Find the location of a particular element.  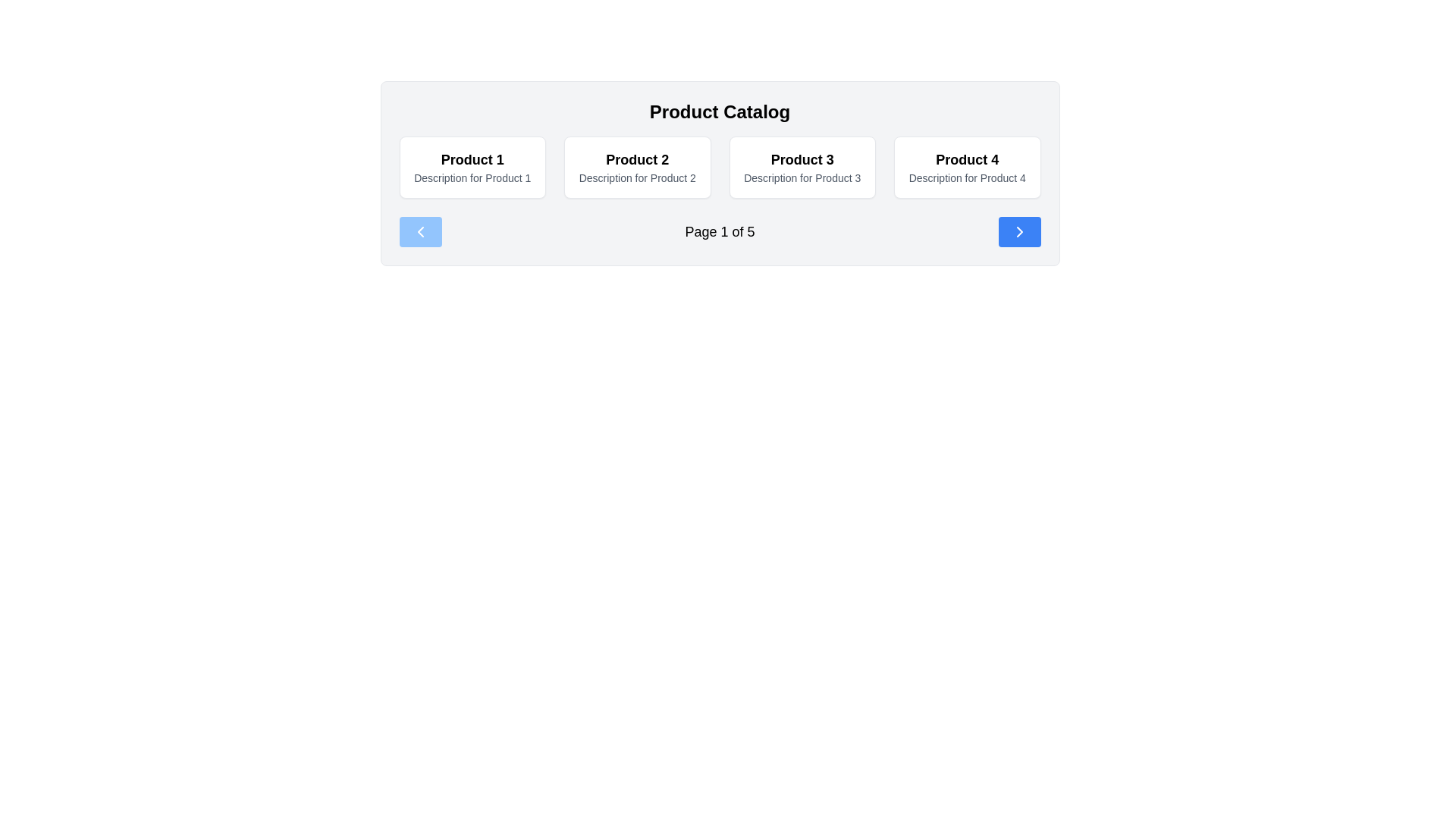

bolded text label 'Product 3' that is centered within the third product card from the left is located at coordinates (802, 160).